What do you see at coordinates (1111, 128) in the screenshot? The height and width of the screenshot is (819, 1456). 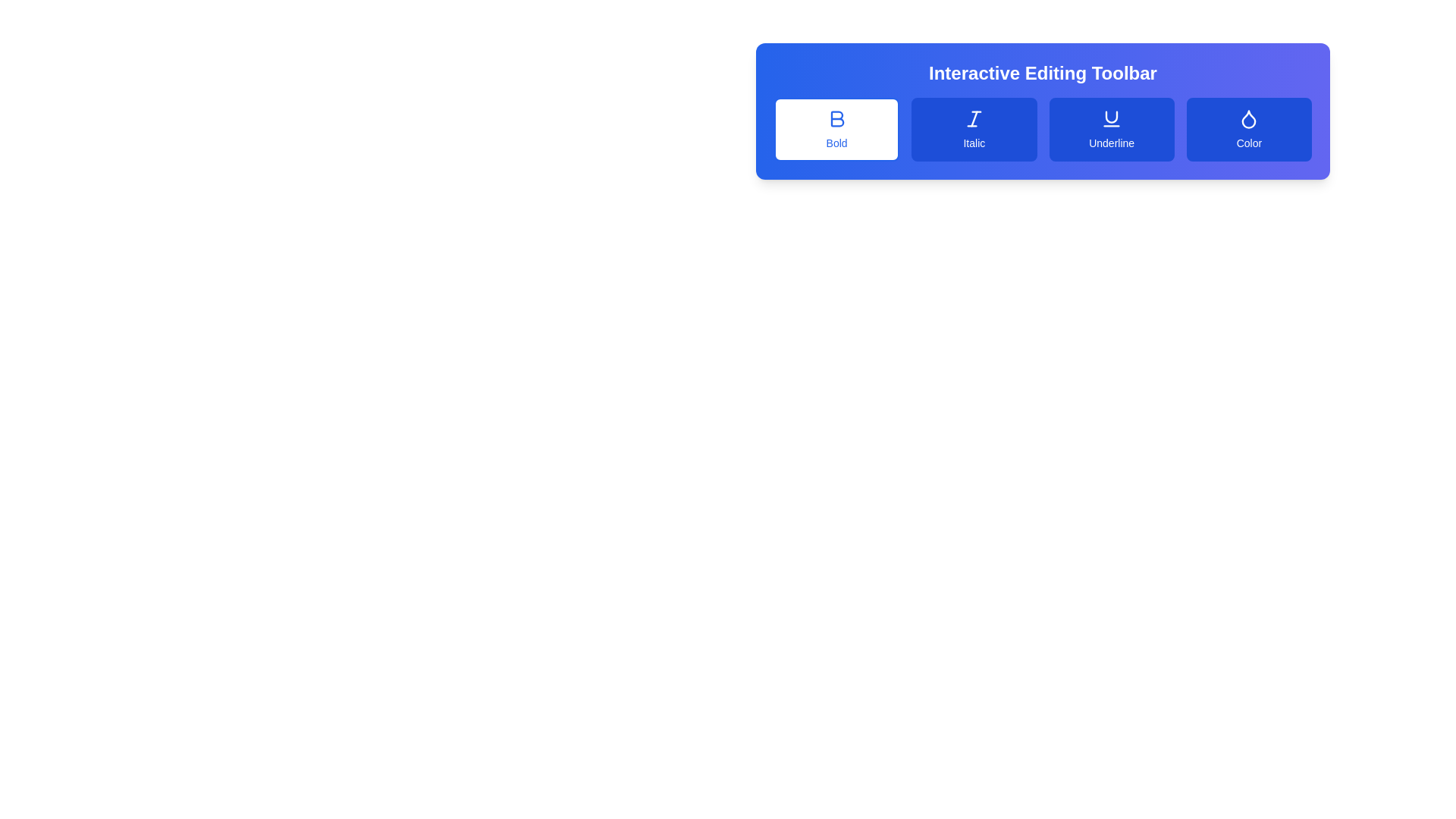 I see `the underline formatting button, which is the third item in a row between the 'Italic' button and the 'Color' button` at bounding box center [1111, 128].